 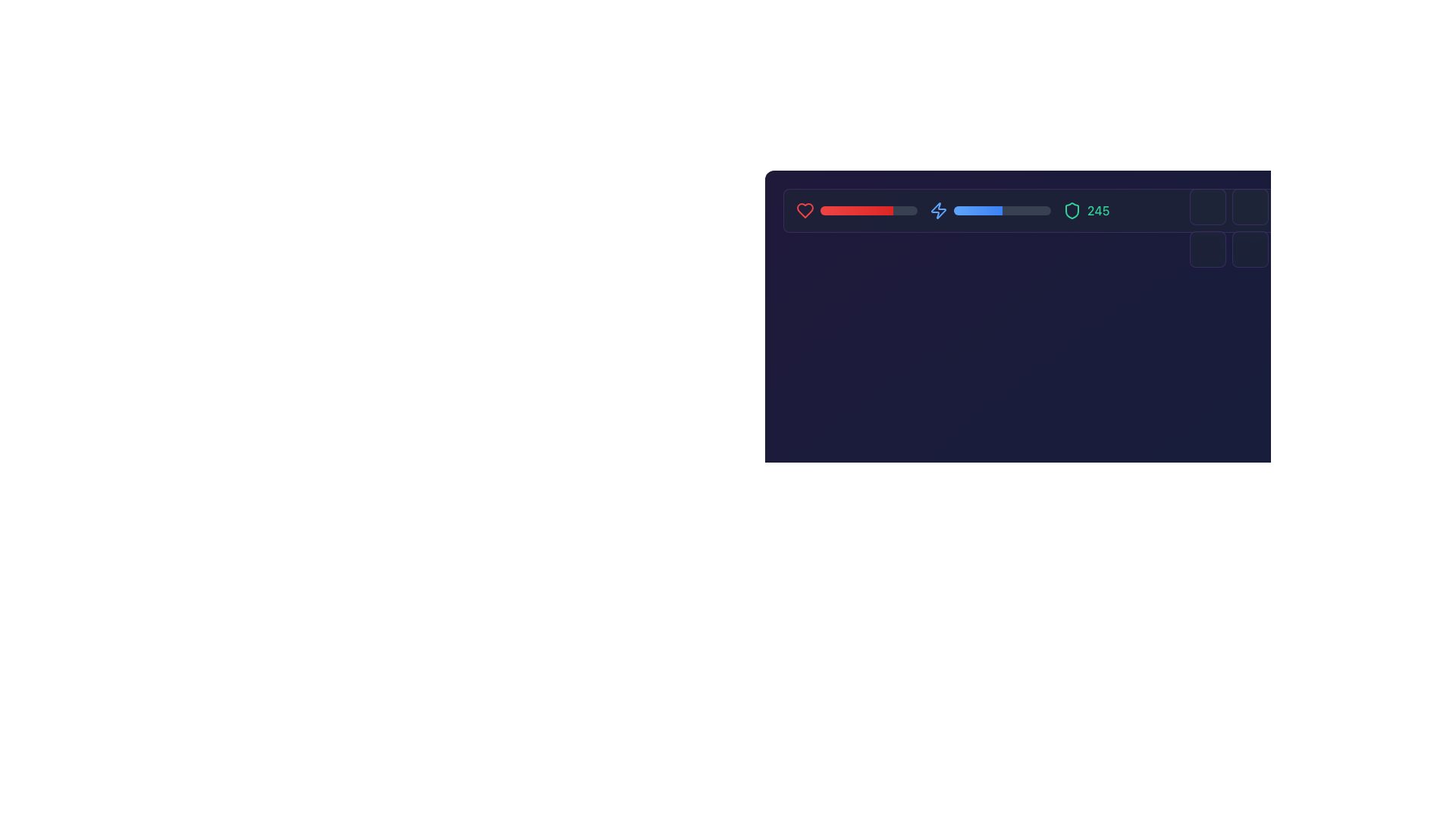 What do you see at coordinates (1068, 210) in the screenshot?
I see `number displayed in the text element showing '245', which is styled in bold with a green hue and located adjacent to a green shield icon` at bounding box center [1068, 210].